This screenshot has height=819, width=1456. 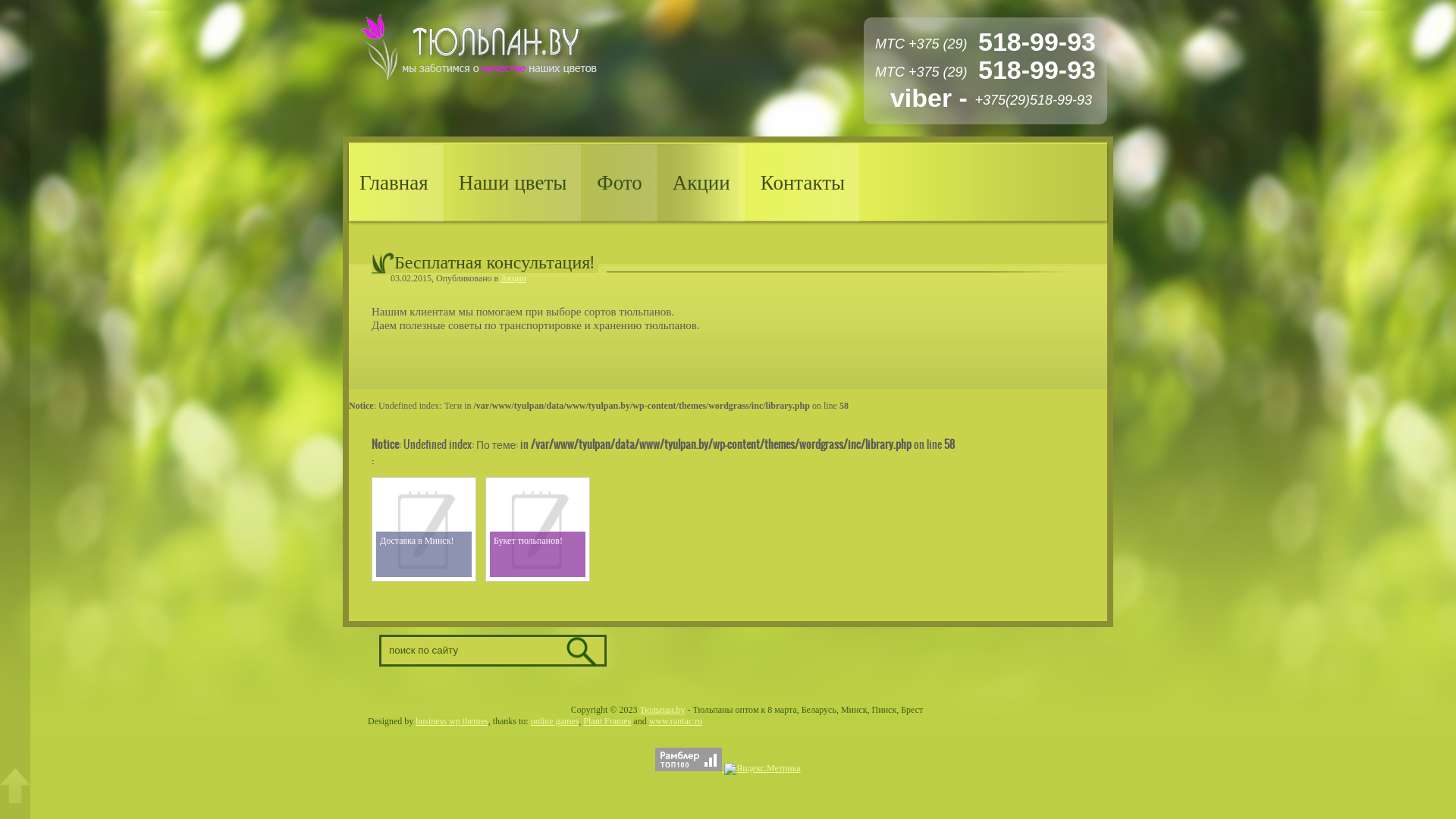 I want to click on 'Rambler's Top100', so click(x=687, y=759).